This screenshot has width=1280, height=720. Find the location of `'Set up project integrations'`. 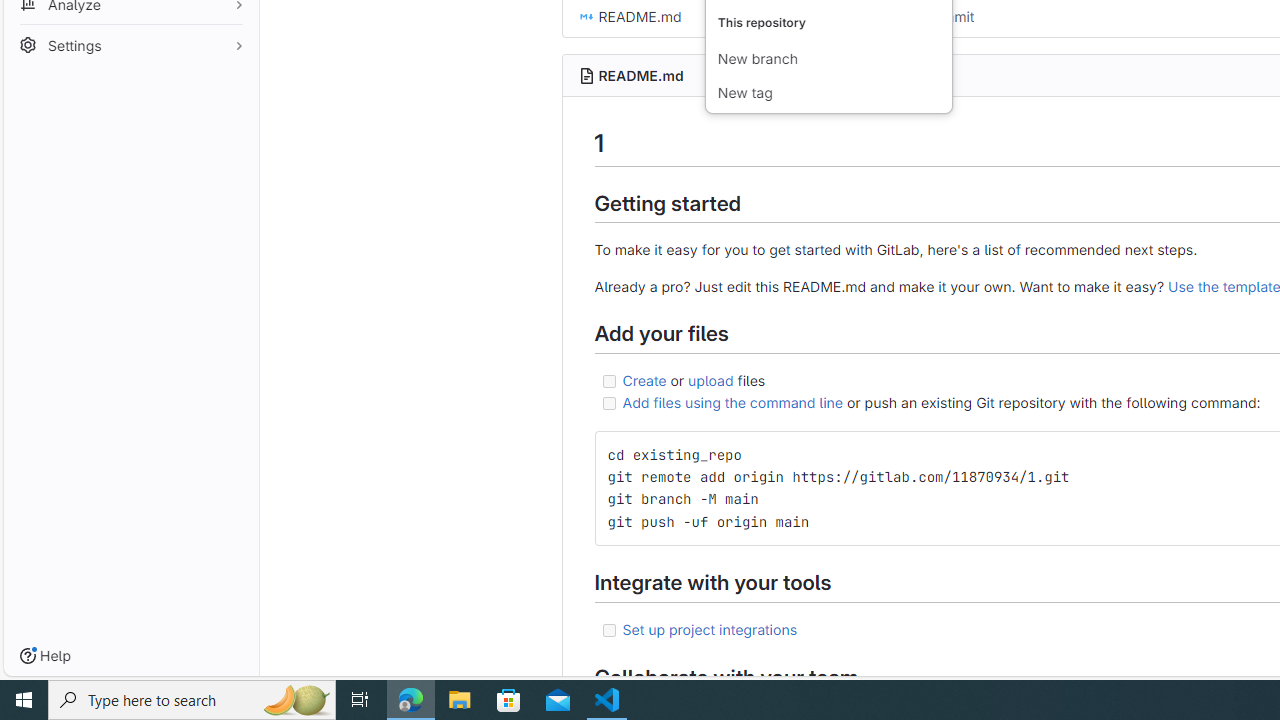

'Set up project integrations' is located at coordinates (709, 627).